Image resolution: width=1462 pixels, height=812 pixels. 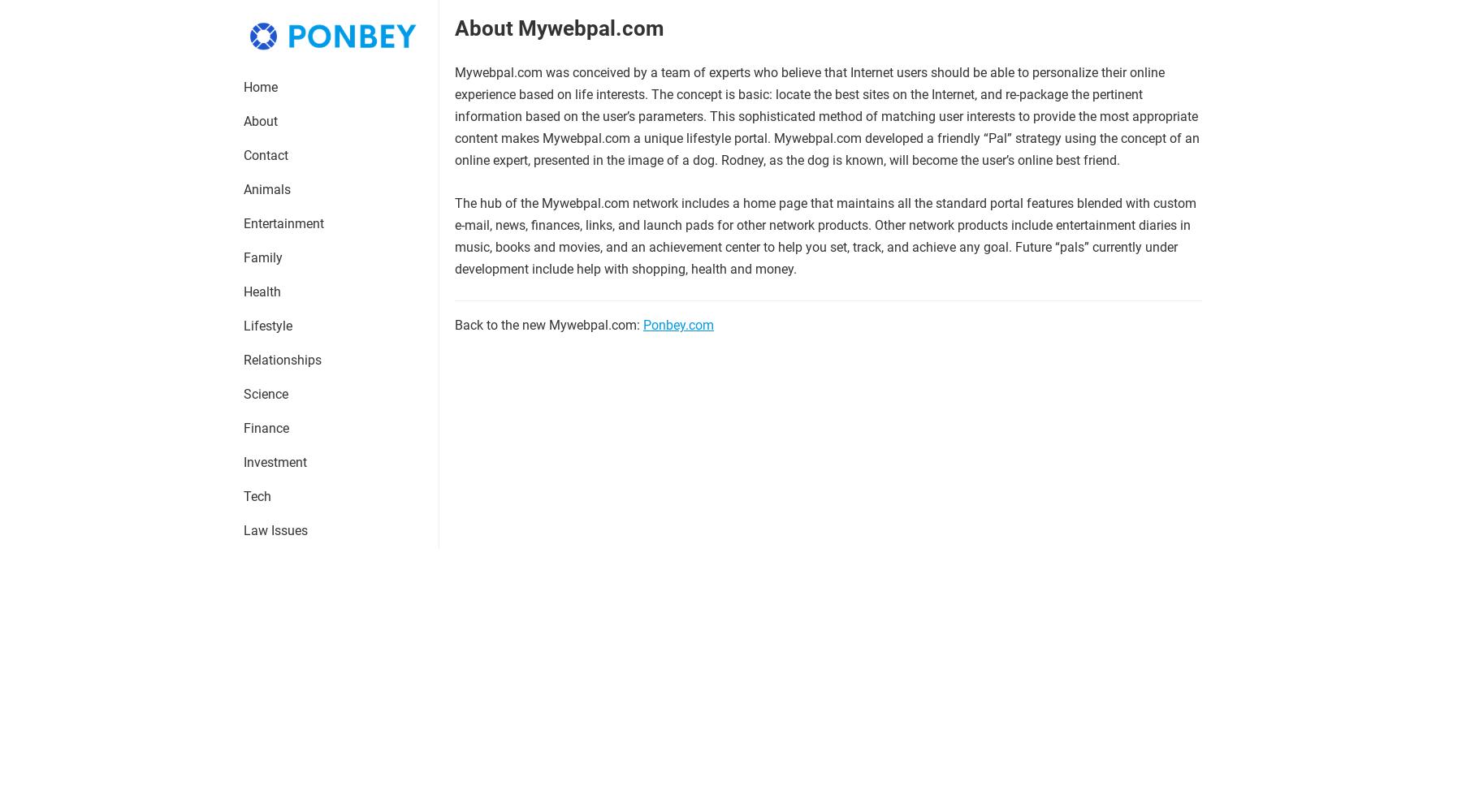 What do you see at coordinates (825, 235) in the screenshot?
I see `'The hub of the Mywebpal.com network includes a home page that maintains all the standard portal features blended with custom e-mail, news, finances, links, and launch pads for other network products. Other network products include entertainment diaries in music, books and movies, and an achievement center to help you set, track, and achieve any goal. Future “pals” currently under development include help with shopping, health and money.'` at bounding box center [825, 235].